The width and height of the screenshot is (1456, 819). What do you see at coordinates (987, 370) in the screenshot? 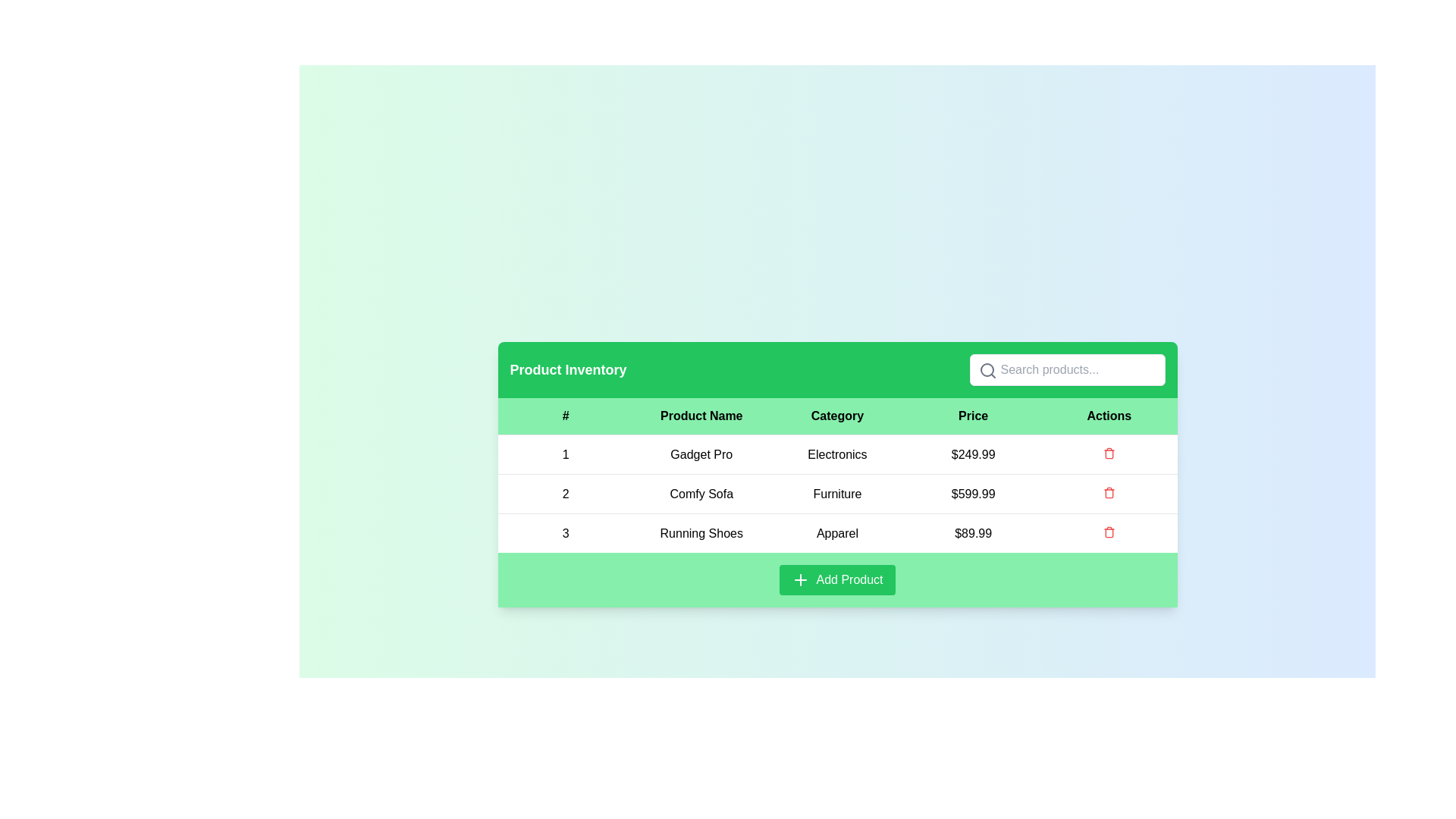
I see `the graphical circle within the SVG representation, which is centered in the magnifying glass icon located in the top-right corner of the green header bar` at bounding box center [987, 370].